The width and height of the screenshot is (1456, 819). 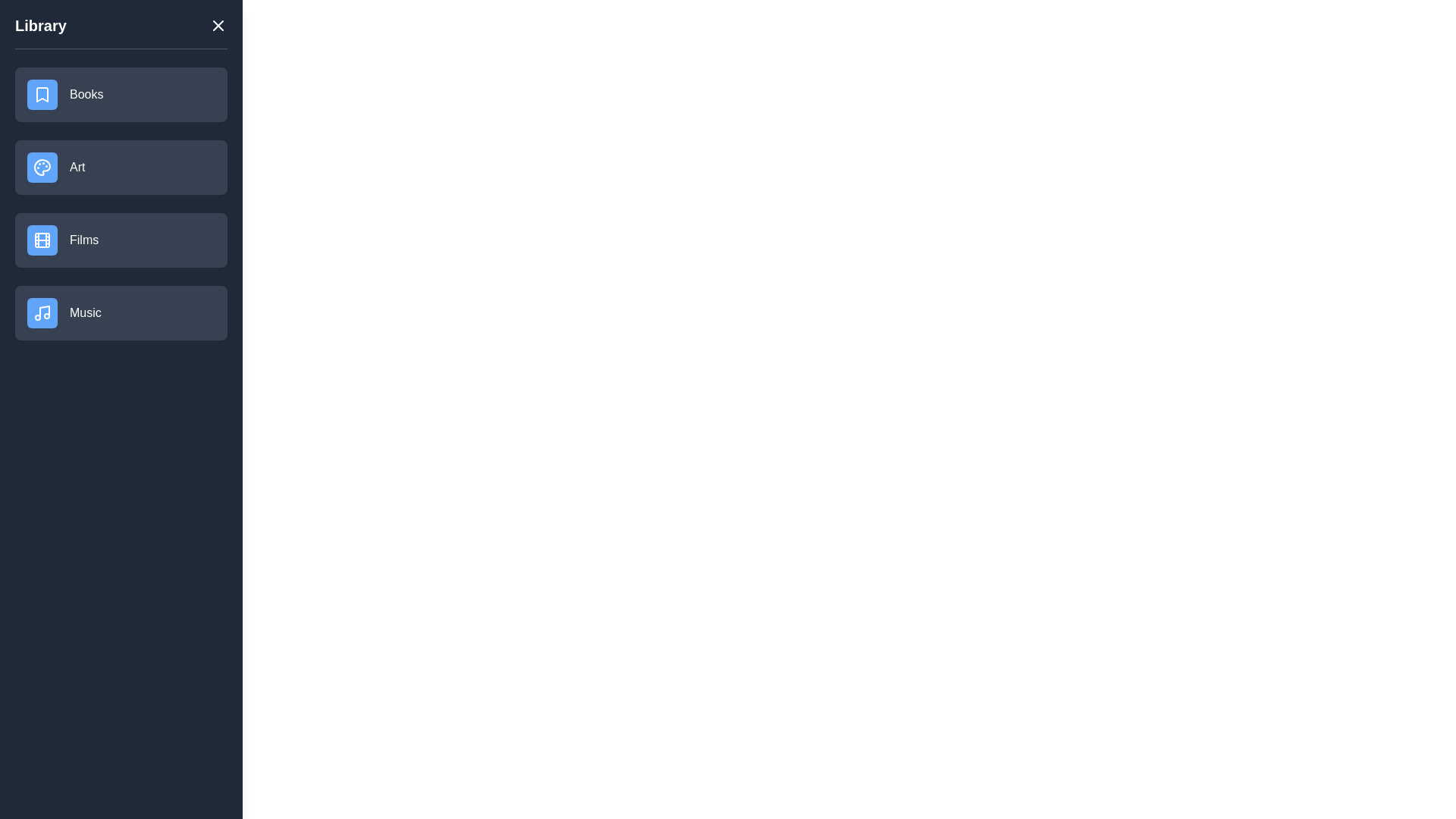 I want to click on the close button at the top-right corner of the drawer to toggle its visibility, so click(x=218, y=26).